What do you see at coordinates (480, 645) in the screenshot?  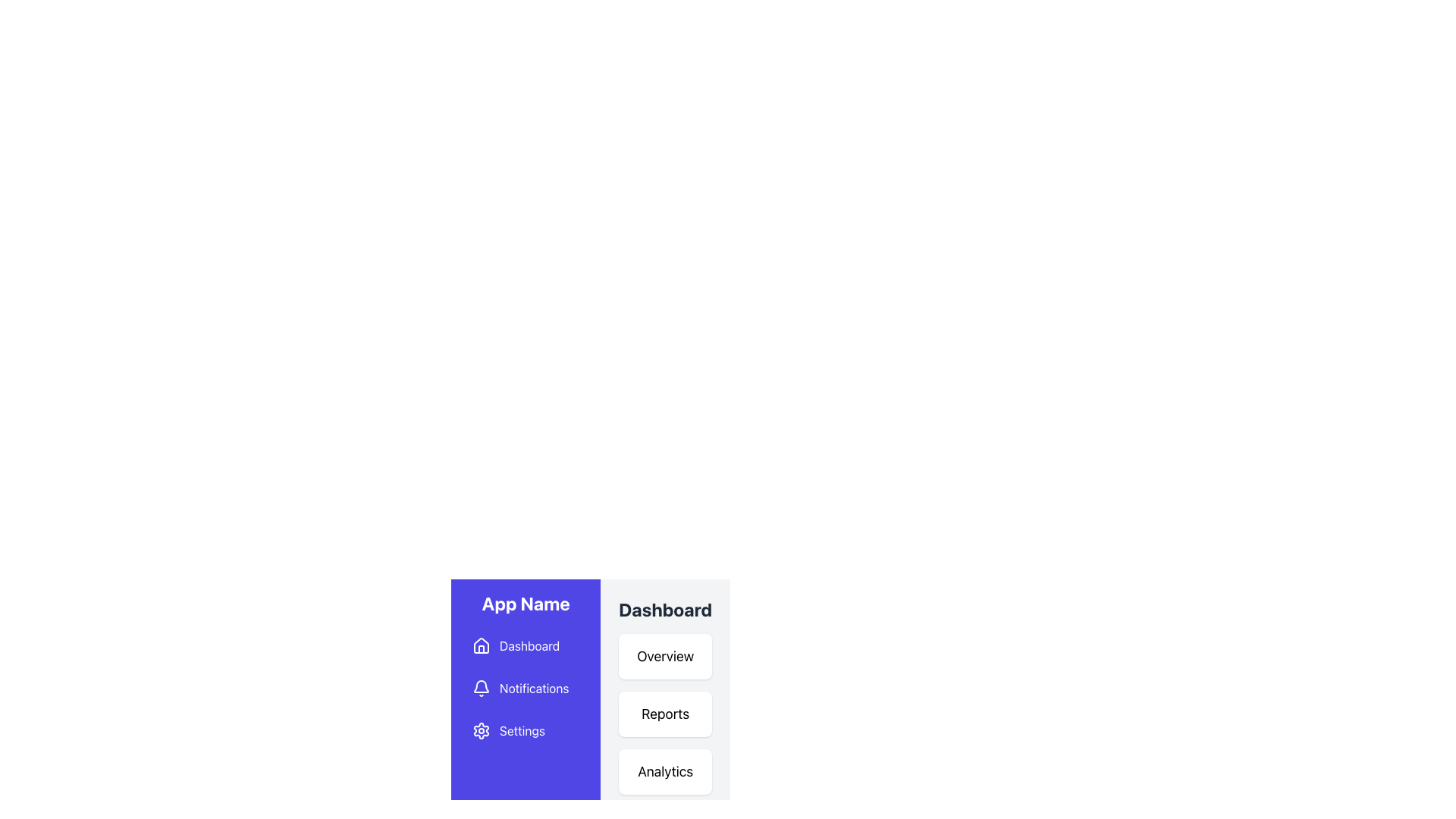 I see `the 'Dashboard' navigation icon located` at bounding box center [480, 645].